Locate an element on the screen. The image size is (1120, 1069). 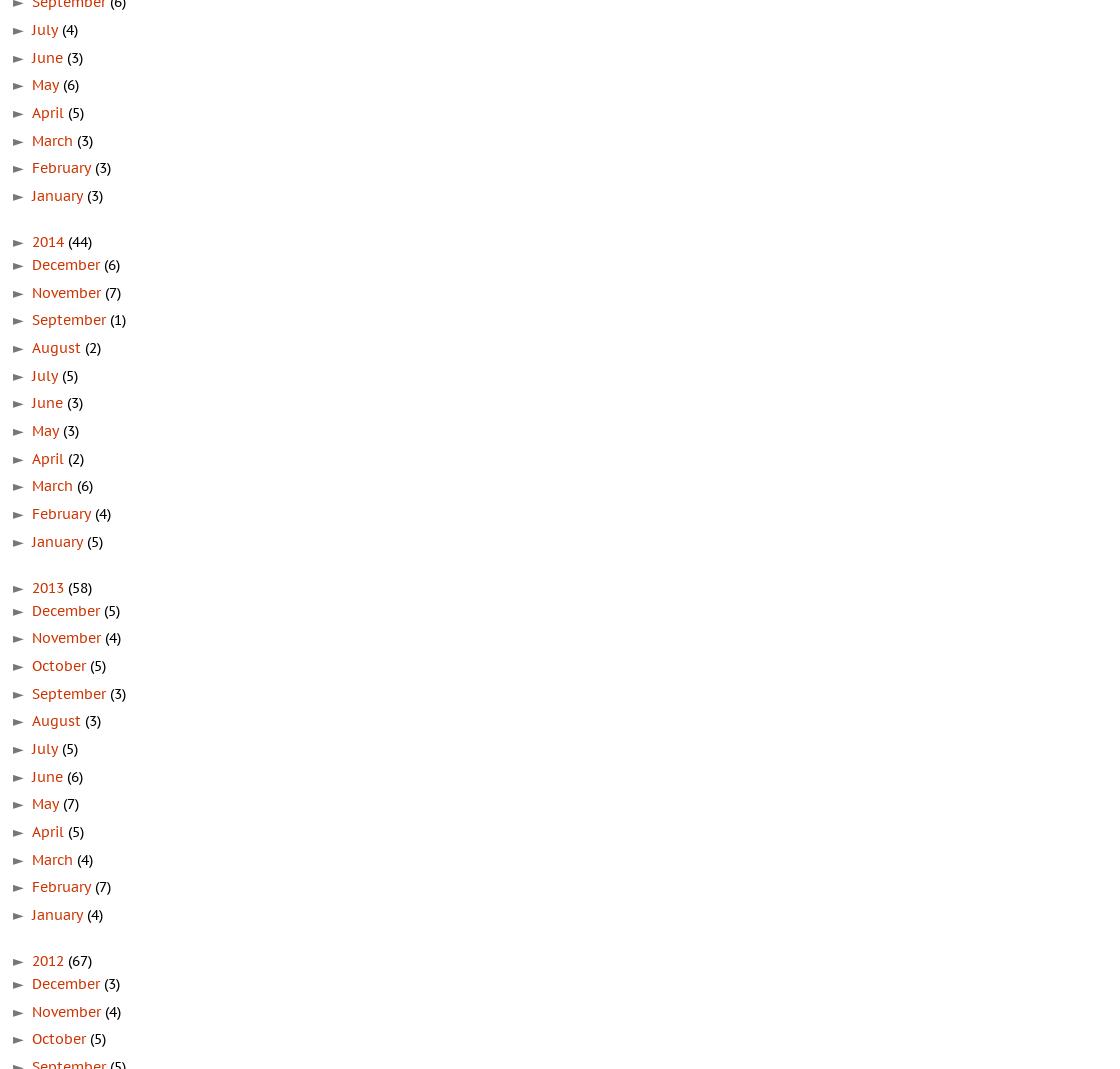
'(1)' is located at coordinates (109, 318).